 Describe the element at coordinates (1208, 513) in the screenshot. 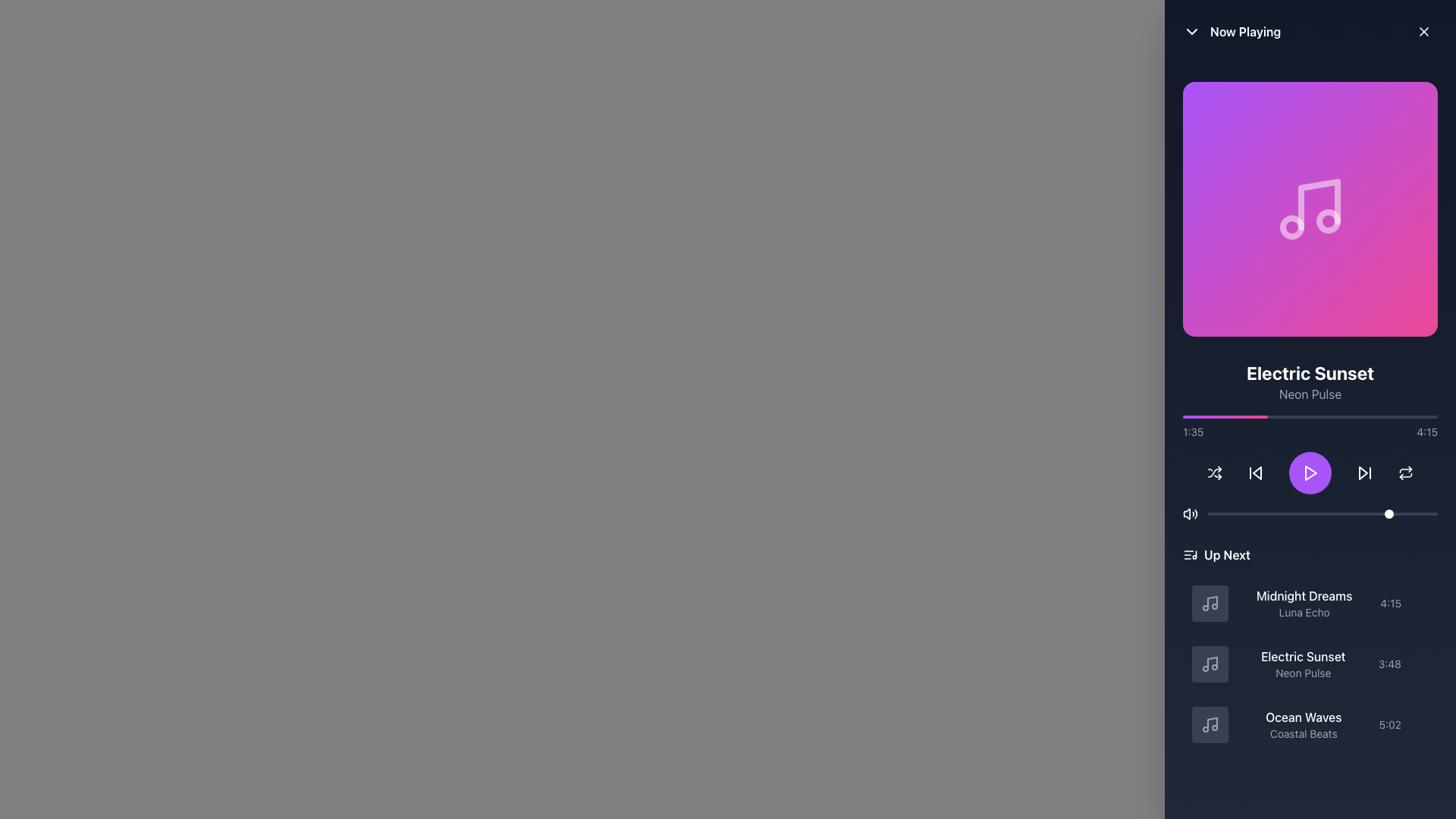

I see `the volume slider` at that location.